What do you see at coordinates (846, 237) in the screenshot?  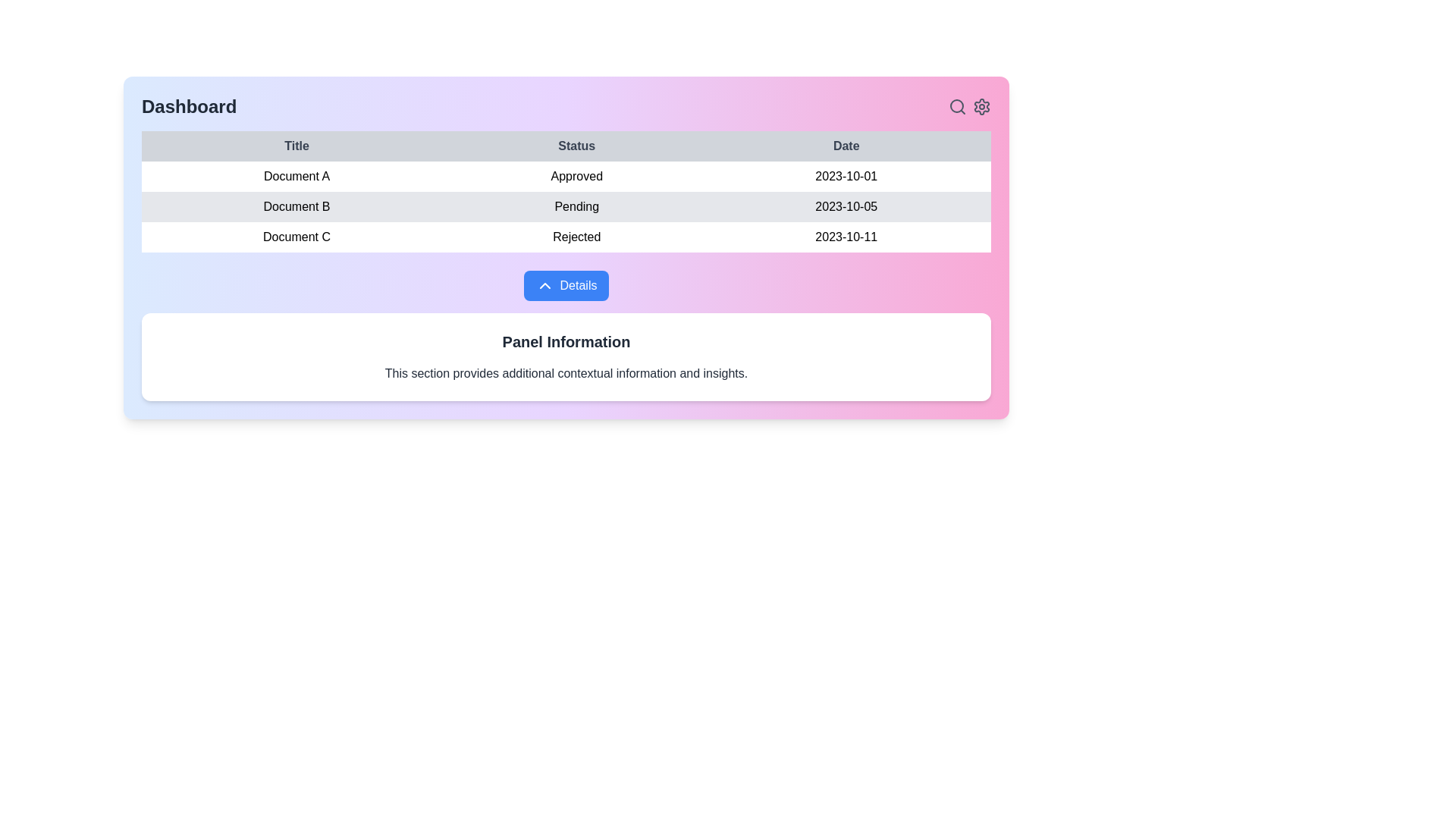 I see `the static text element displaying the date '2023-10-11' in the 'Date' column of the last row in the document information table` at bounding box center [846, 237].